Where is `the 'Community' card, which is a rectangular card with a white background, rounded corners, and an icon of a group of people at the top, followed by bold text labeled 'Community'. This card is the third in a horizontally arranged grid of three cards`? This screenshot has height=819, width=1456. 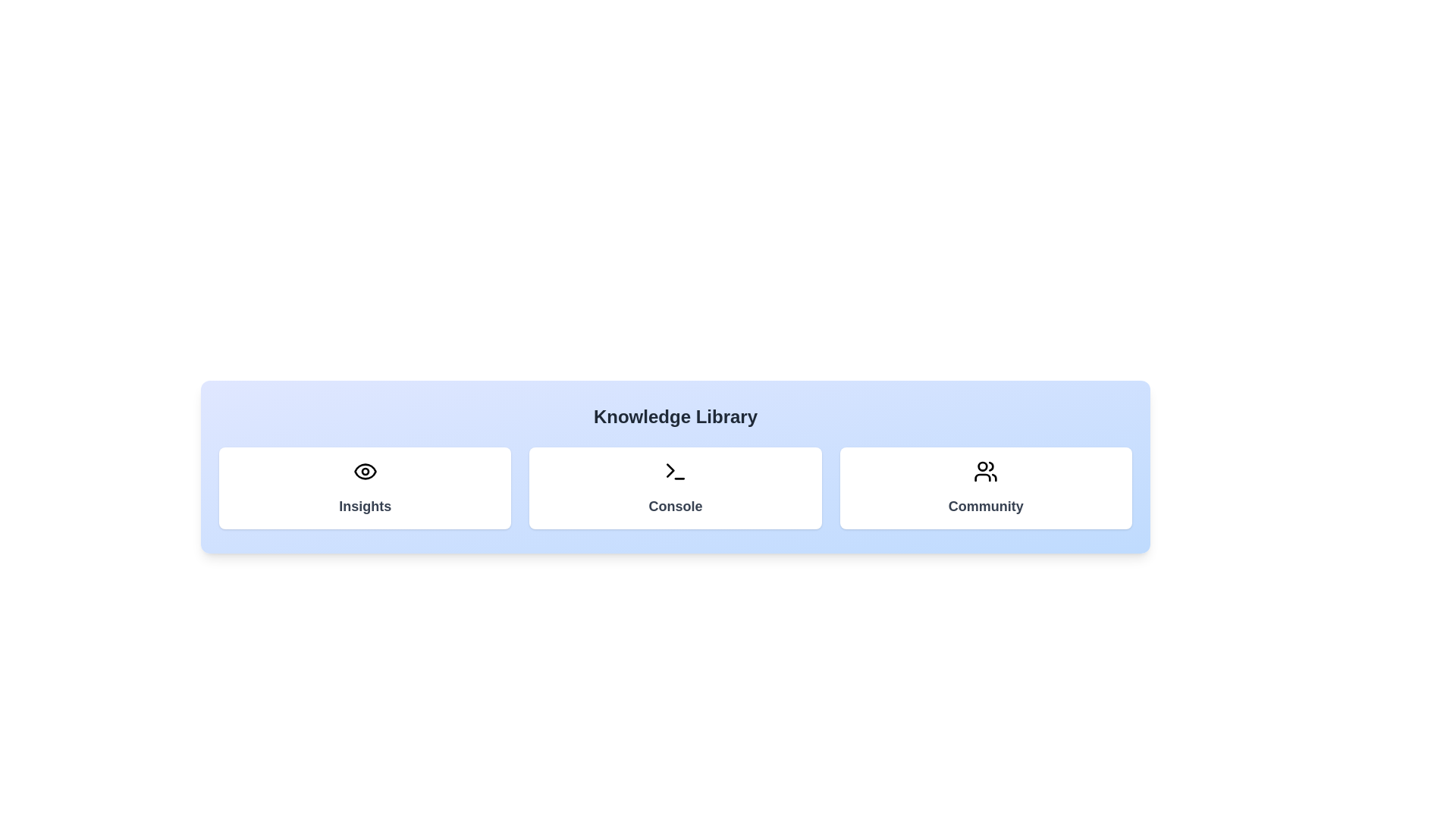
the 'Community' card, which is a rectangular card with a white background, rounded corners, and an icon of a group of people at the top, followed by bold text labeled 'Community'. This card is the third in a horizontally arranged grid of three cards is located at coordinates (986, 488).